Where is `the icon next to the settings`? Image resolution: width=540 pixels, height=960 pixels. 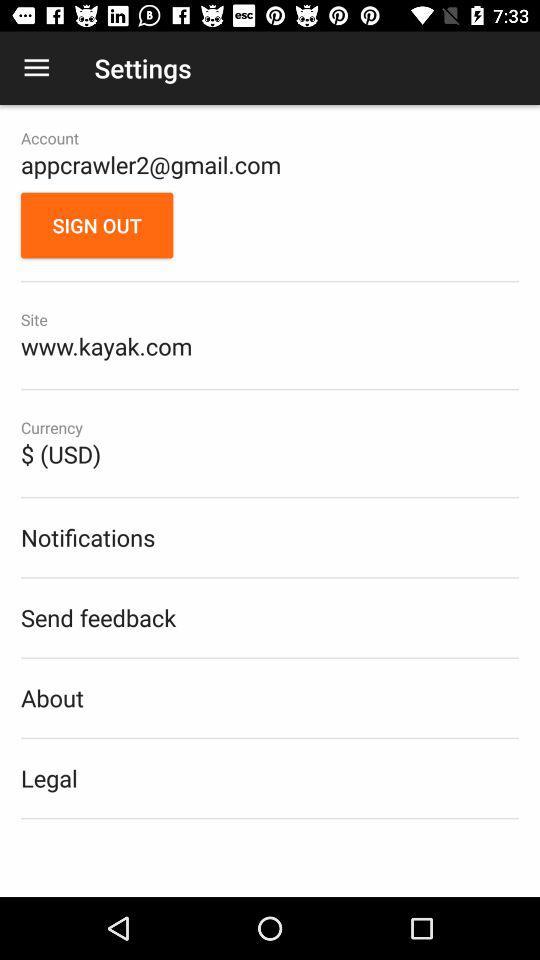
the icon next to the settings is located at coordinates (36, 68).